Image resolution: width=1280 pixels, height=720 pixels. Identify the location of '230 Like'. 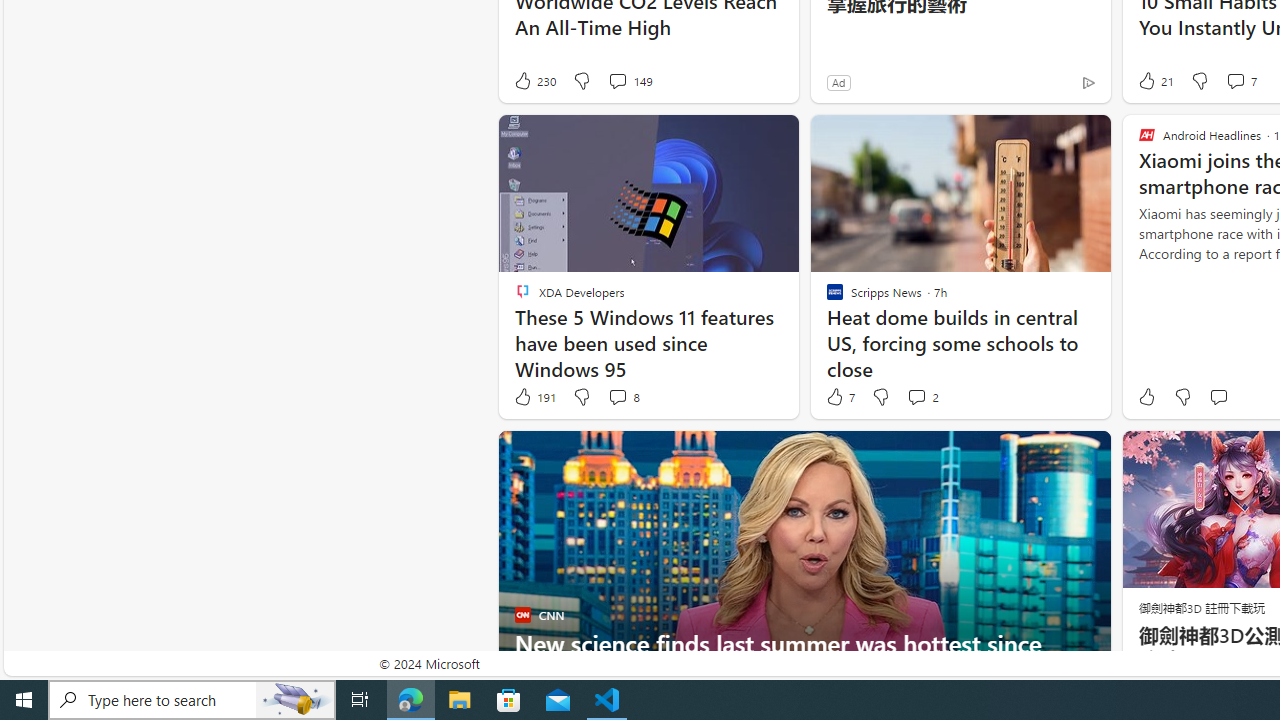
(534, 80).